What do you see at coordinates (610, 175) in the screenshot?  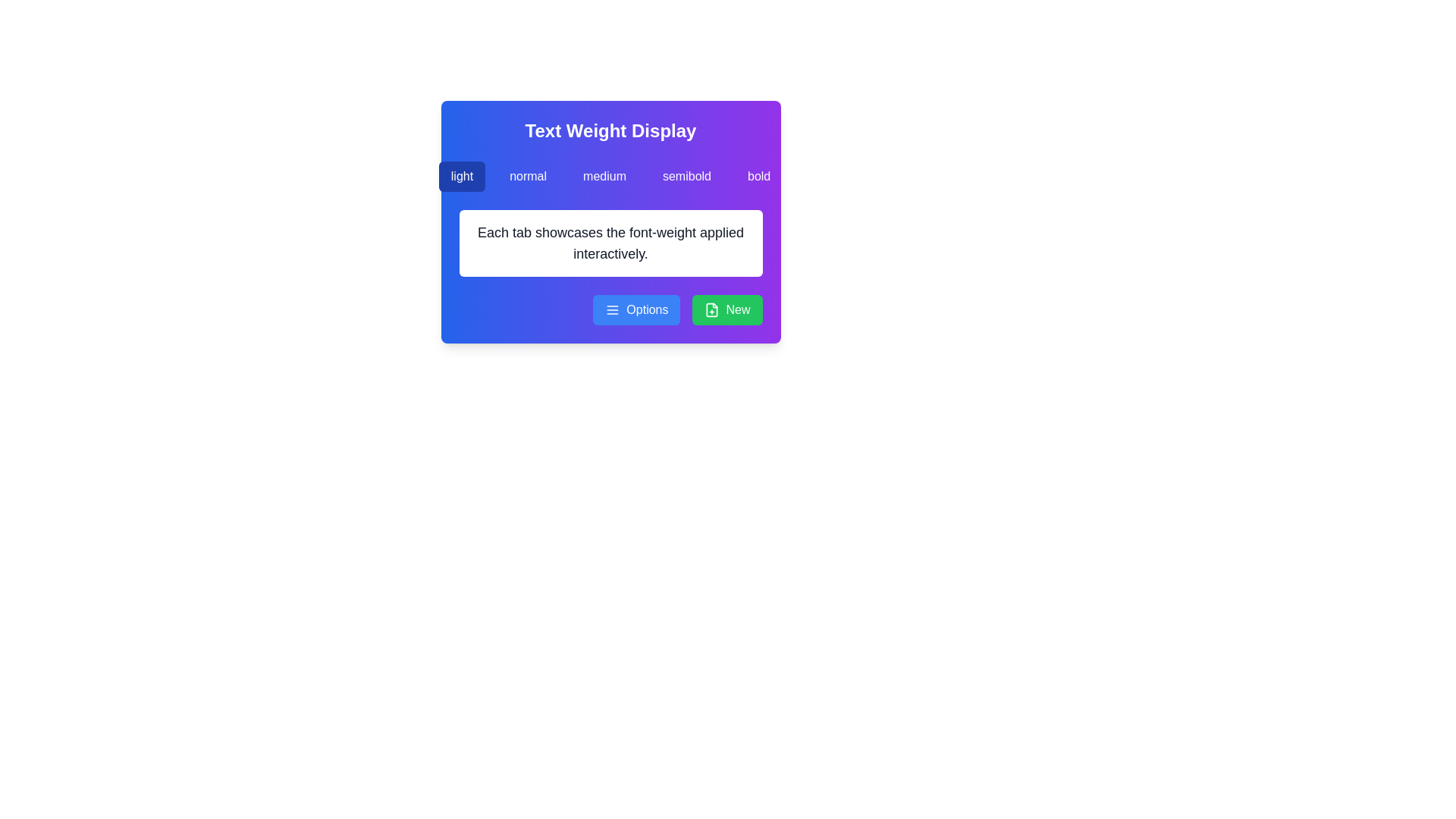 I see `the 'medium' button in the horizontal tab selector located beneath the 'Text Weight Display' heading` at bounding box center [610, 175].